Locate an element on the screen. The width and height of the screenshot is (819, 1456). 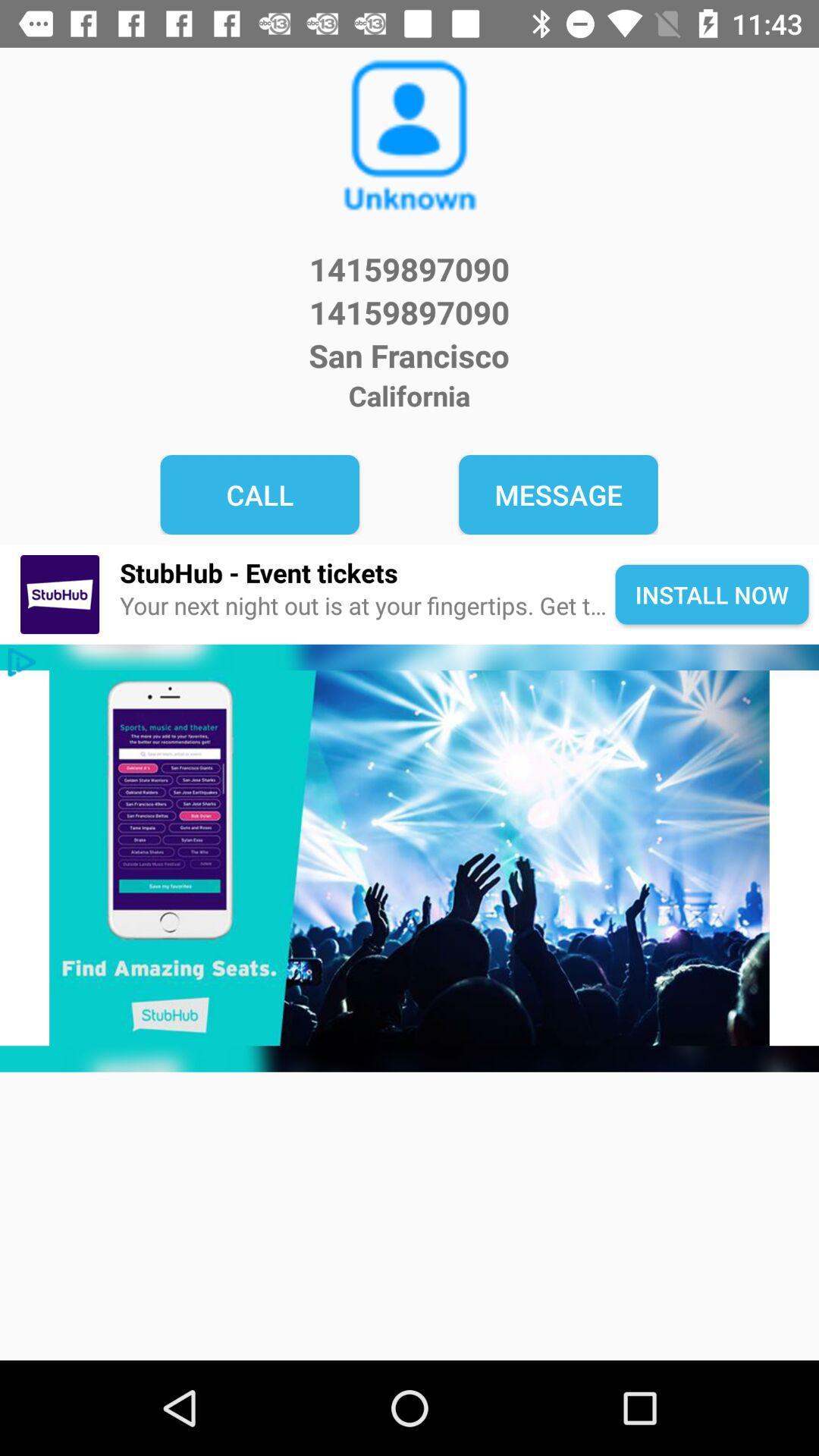
item to the right of call is located at coordinates (558, 494).